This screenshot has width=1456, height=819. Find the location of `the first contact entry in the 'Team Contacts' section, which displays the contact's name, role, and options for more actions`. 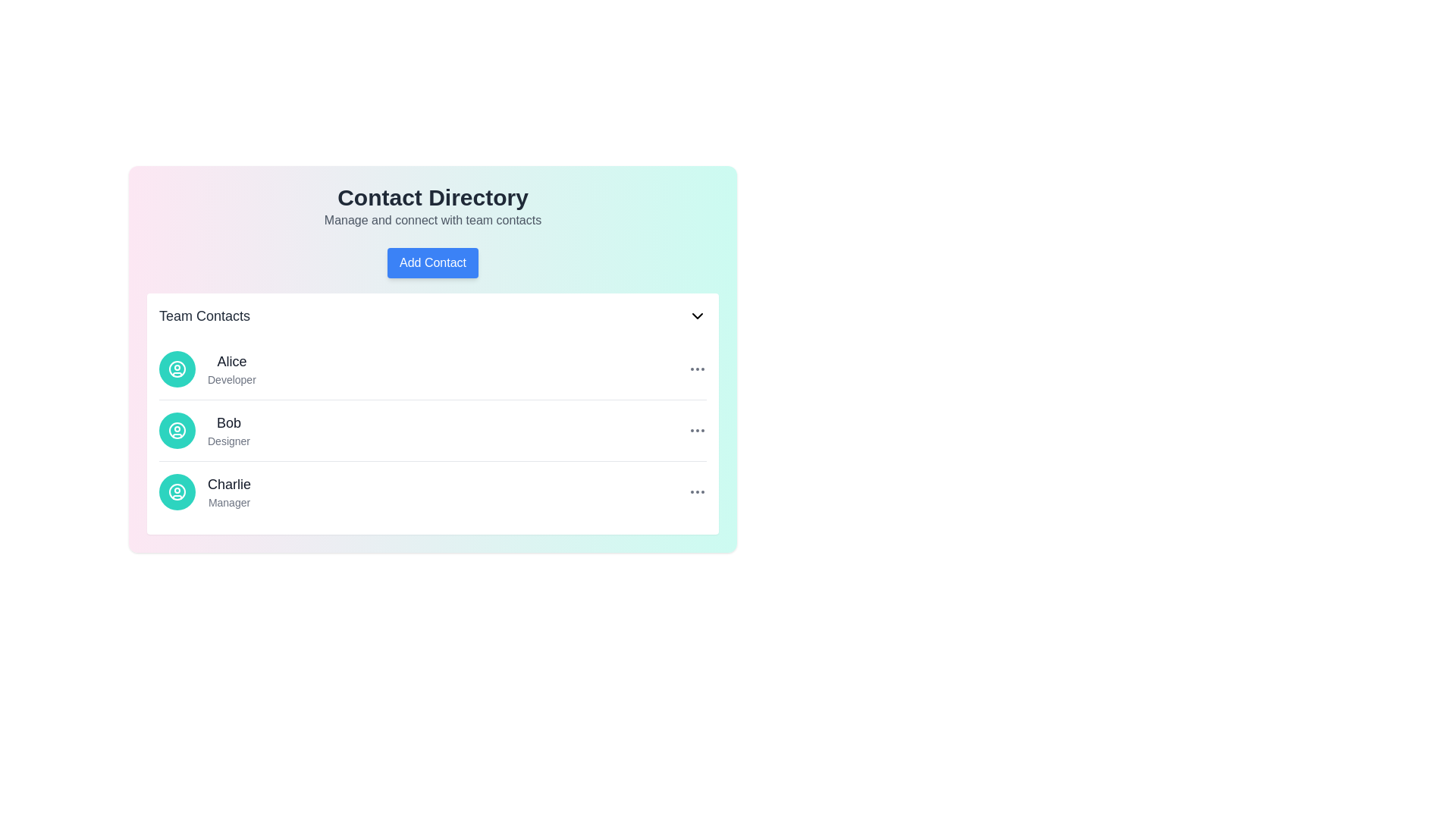

the first contact entry in the 'Team Contacts' section, which displays the contact's name, role, and options for more actions is located at coordinates (432, 369).